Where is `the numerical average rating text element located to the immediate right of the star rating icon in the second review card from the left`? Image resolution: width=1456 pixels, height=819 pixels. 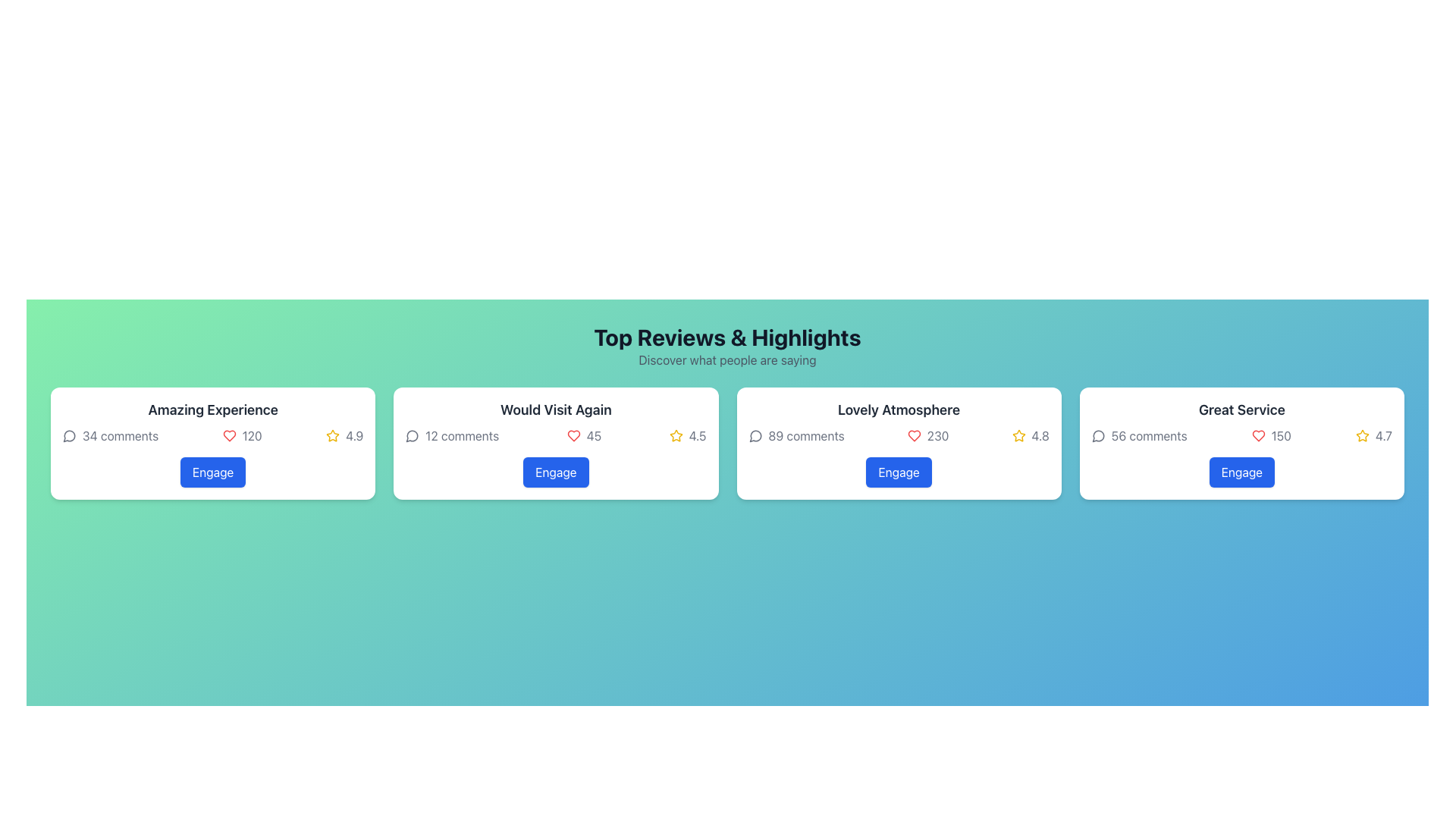
the numerical average rating text element located to the immediate right of the star rating icon in the second review card from the left is located at coordinates (697, 435).